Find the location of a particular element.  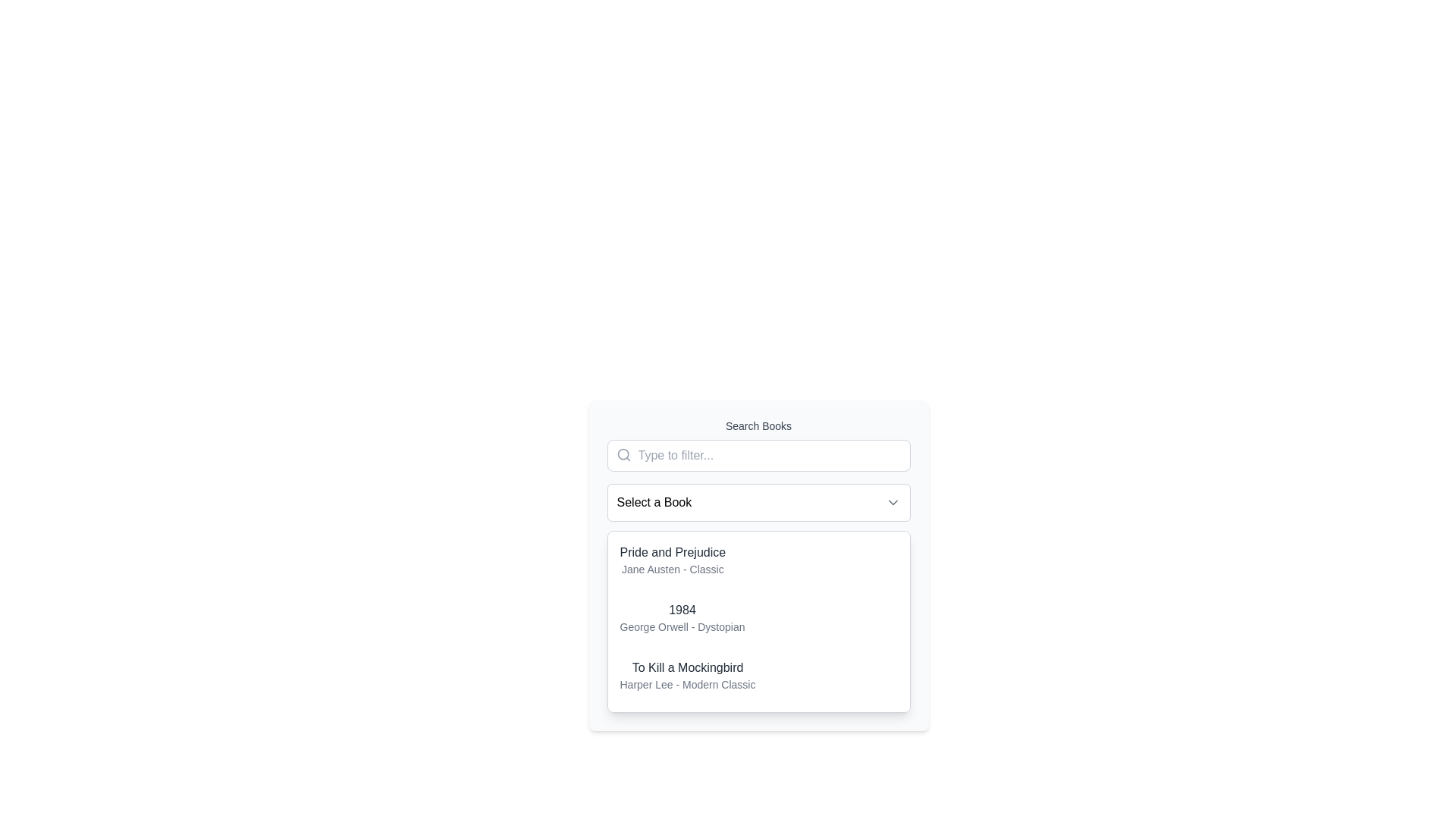

the text element displaying 'George Orwell - Dystopian', which is located directly below the title '1984' in the dropdown list is located at coordinates (681, 626).